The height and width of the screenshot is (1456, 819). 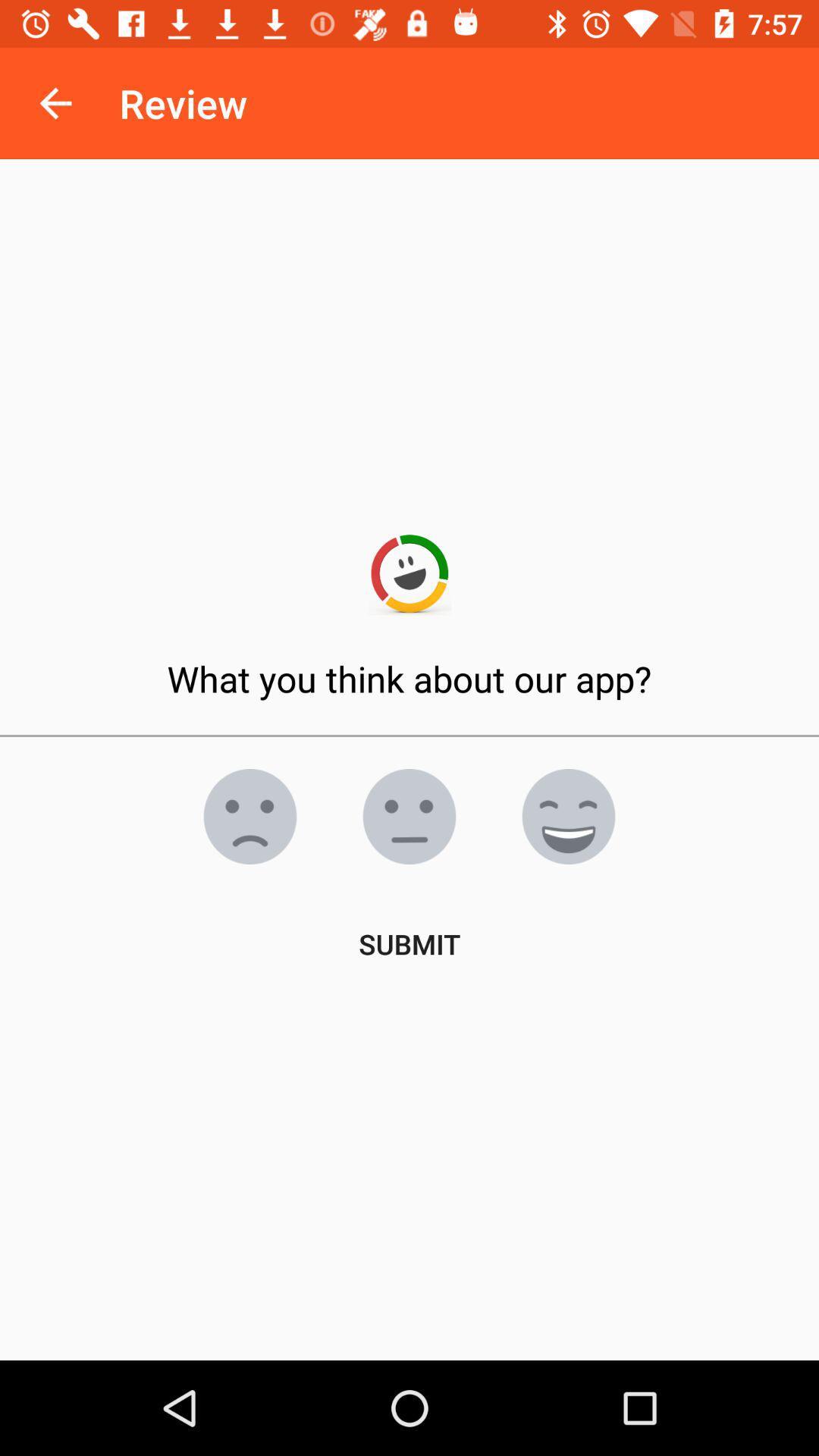 What do you see at coordinates (568, 815) in the screenshot?
I see `happy emoji` at bounding box center [568, 815].